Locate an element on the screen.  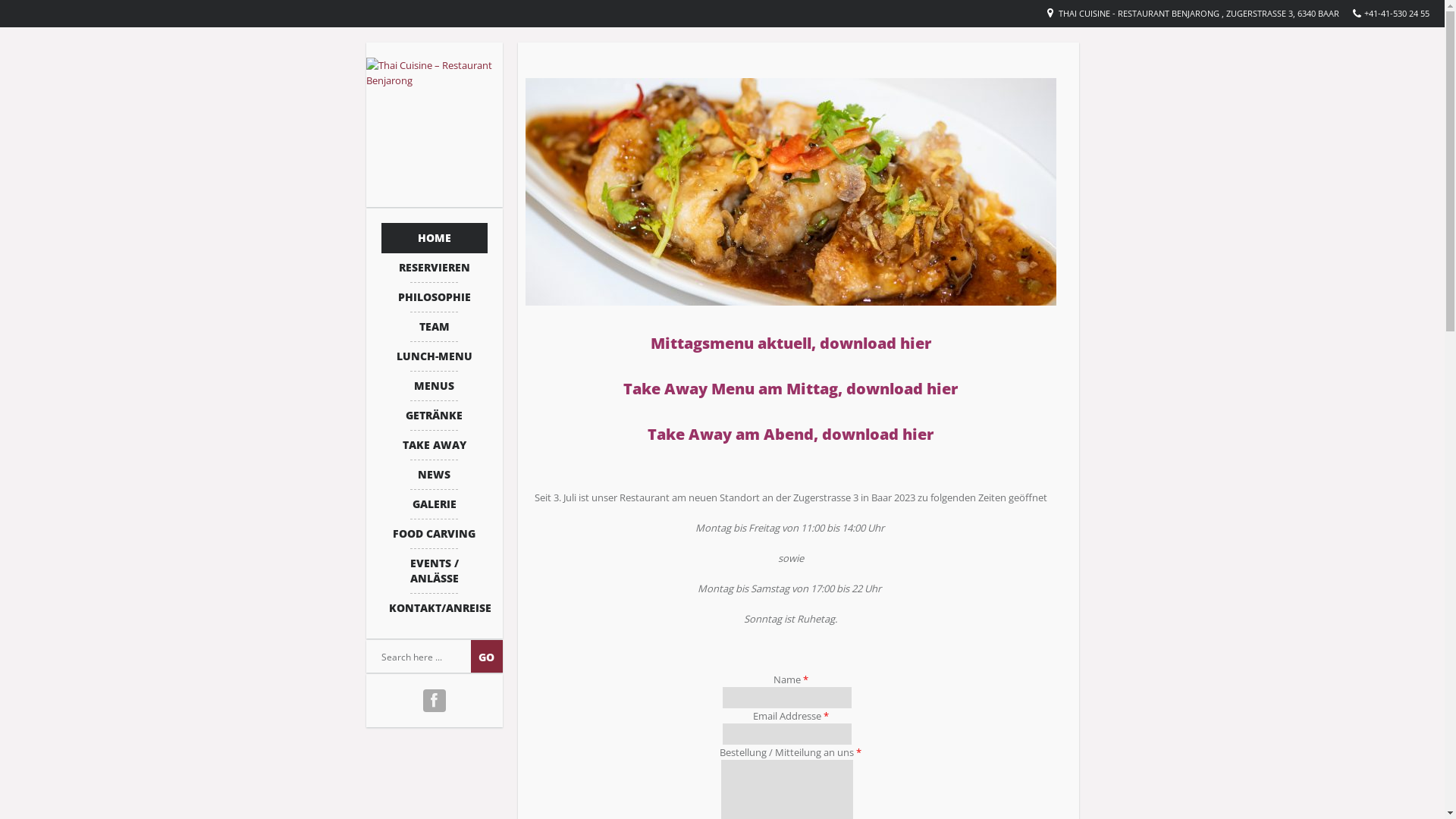
'PHILOSOPHIE' is located at coordinates (432, 297).